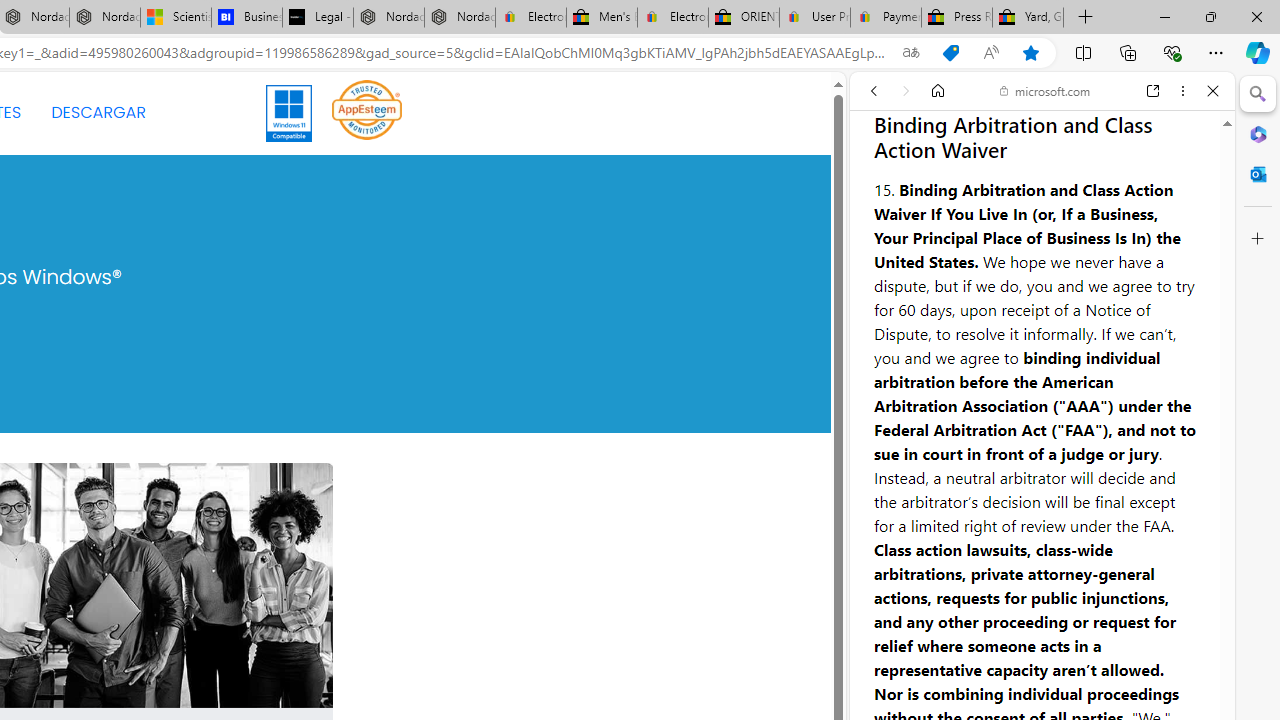 The height and width of the screenshot is (720, 1280). I want to click on 'microsoft.com', so click(1044, 91).